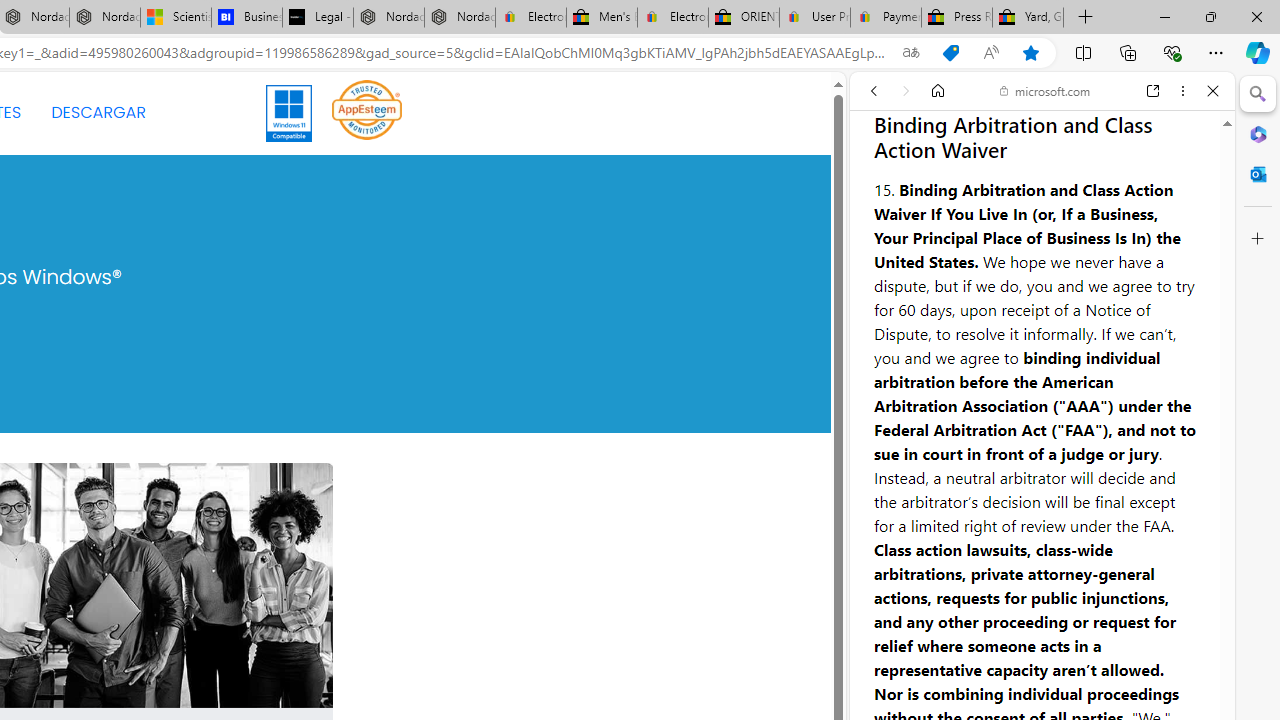 The height and width of the screenshot is (720, 1280). I want to click on 'microsoft.com', so click(1044, 91).